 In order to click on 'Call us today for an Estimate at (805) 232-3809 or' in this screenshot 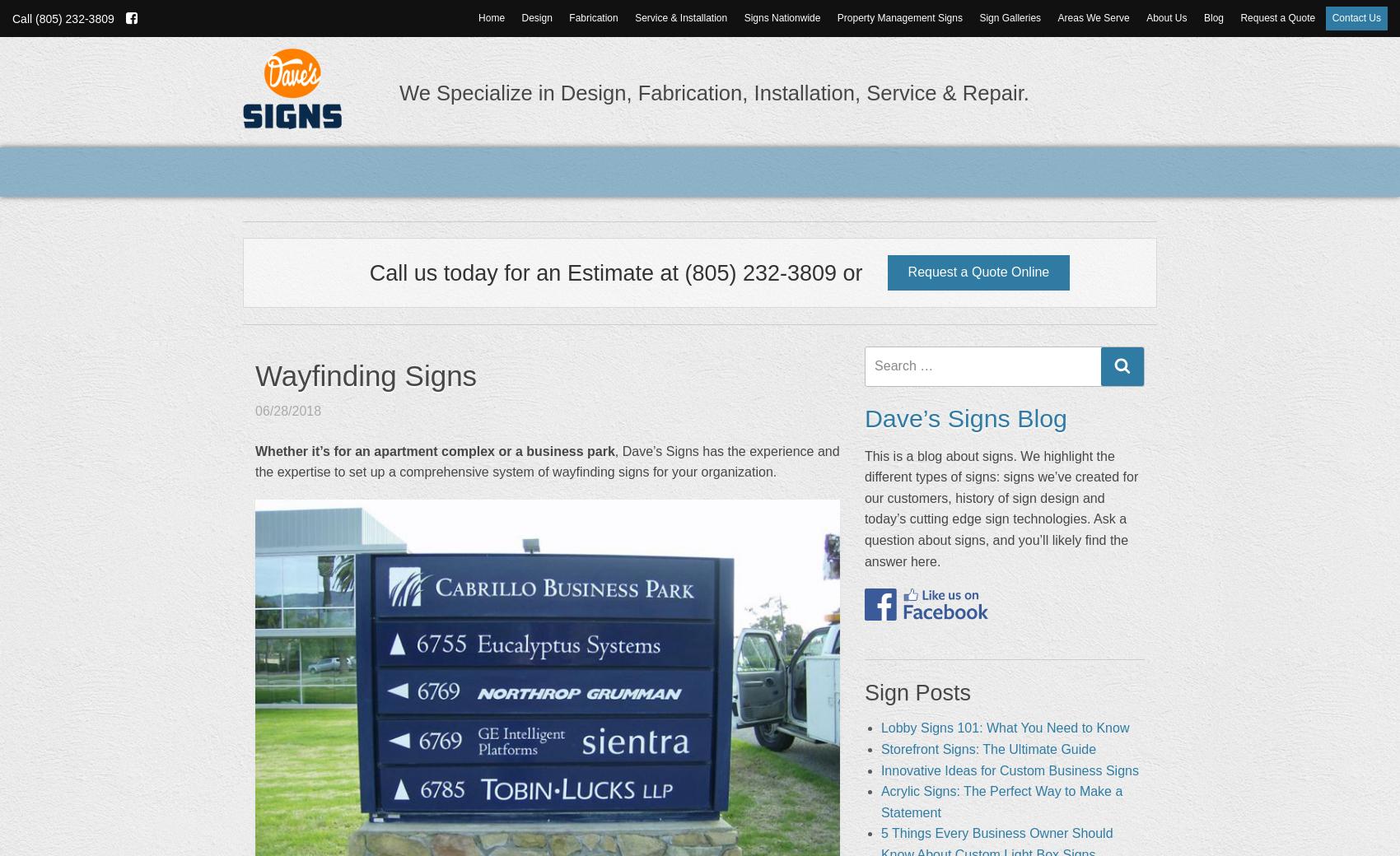, I will do `click(614, 272)`.